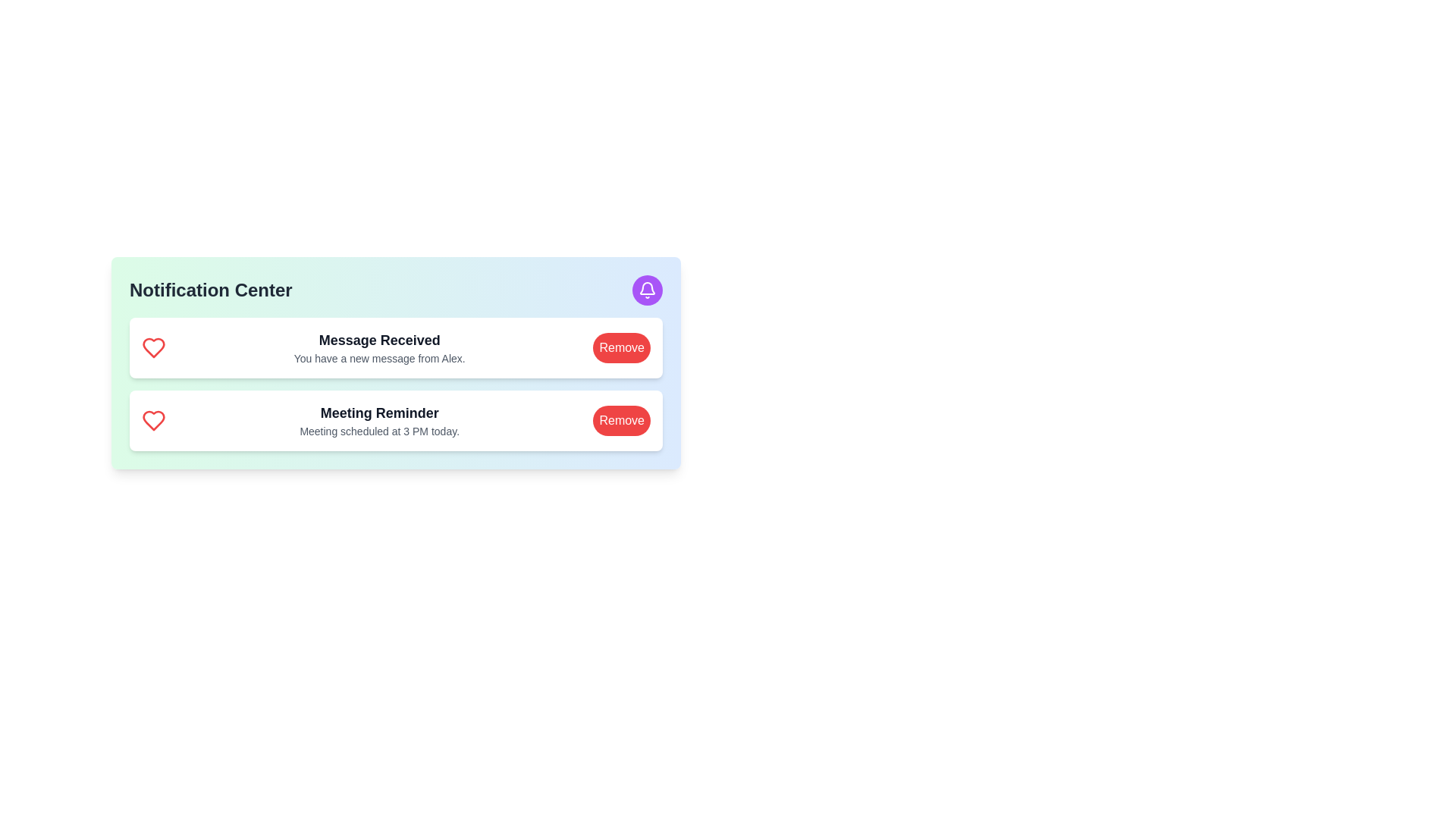 The height and width of the screenshot is (819, 1456). Describe the element at coordinates (153, 348) in the screenshot. I see `the red heart icon located to the left of the 'Meeting Reminder' title in the second notification entry` at that location.